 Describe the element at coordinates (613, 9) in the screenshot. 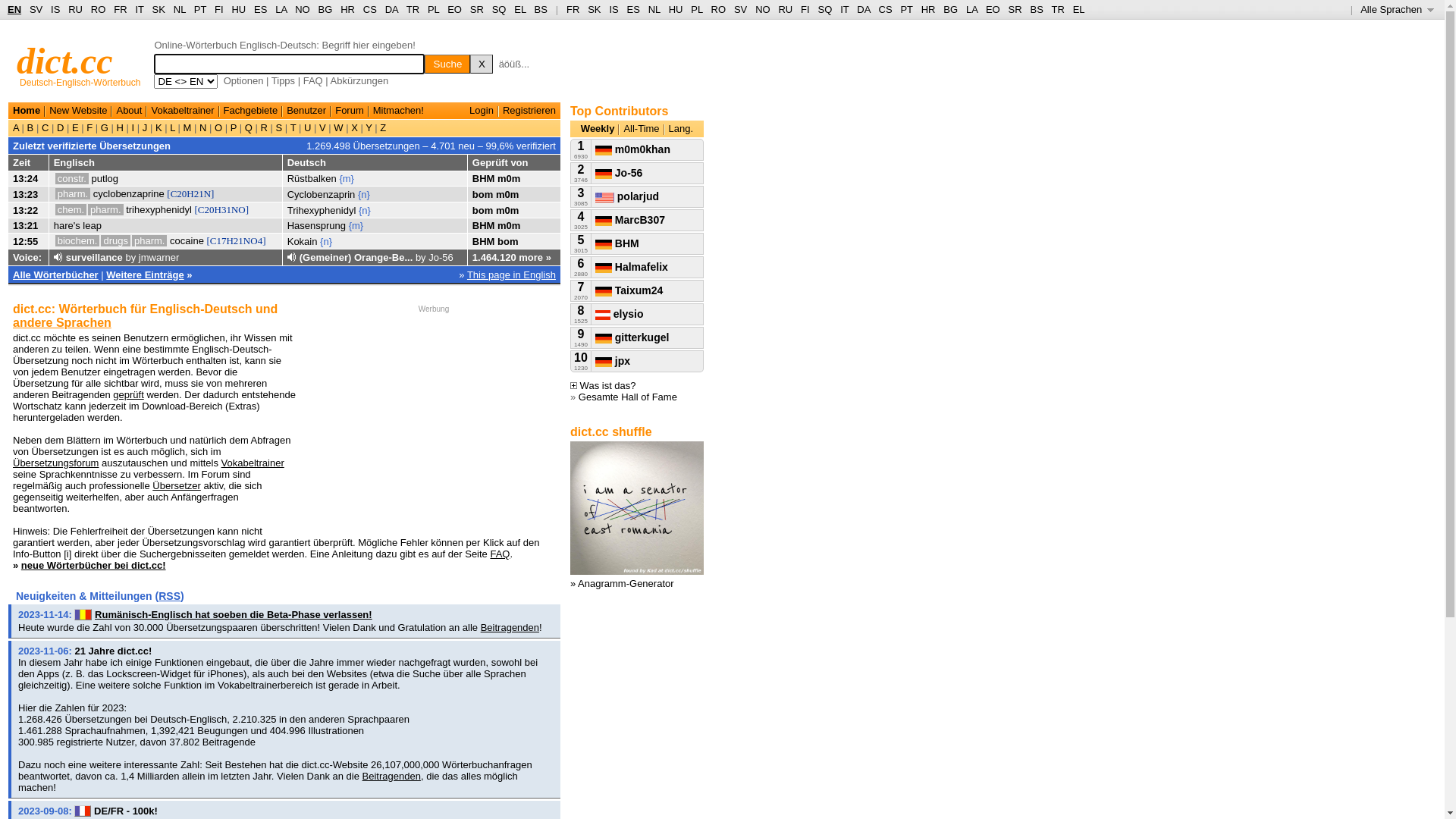

I see `'IS'` at that location.